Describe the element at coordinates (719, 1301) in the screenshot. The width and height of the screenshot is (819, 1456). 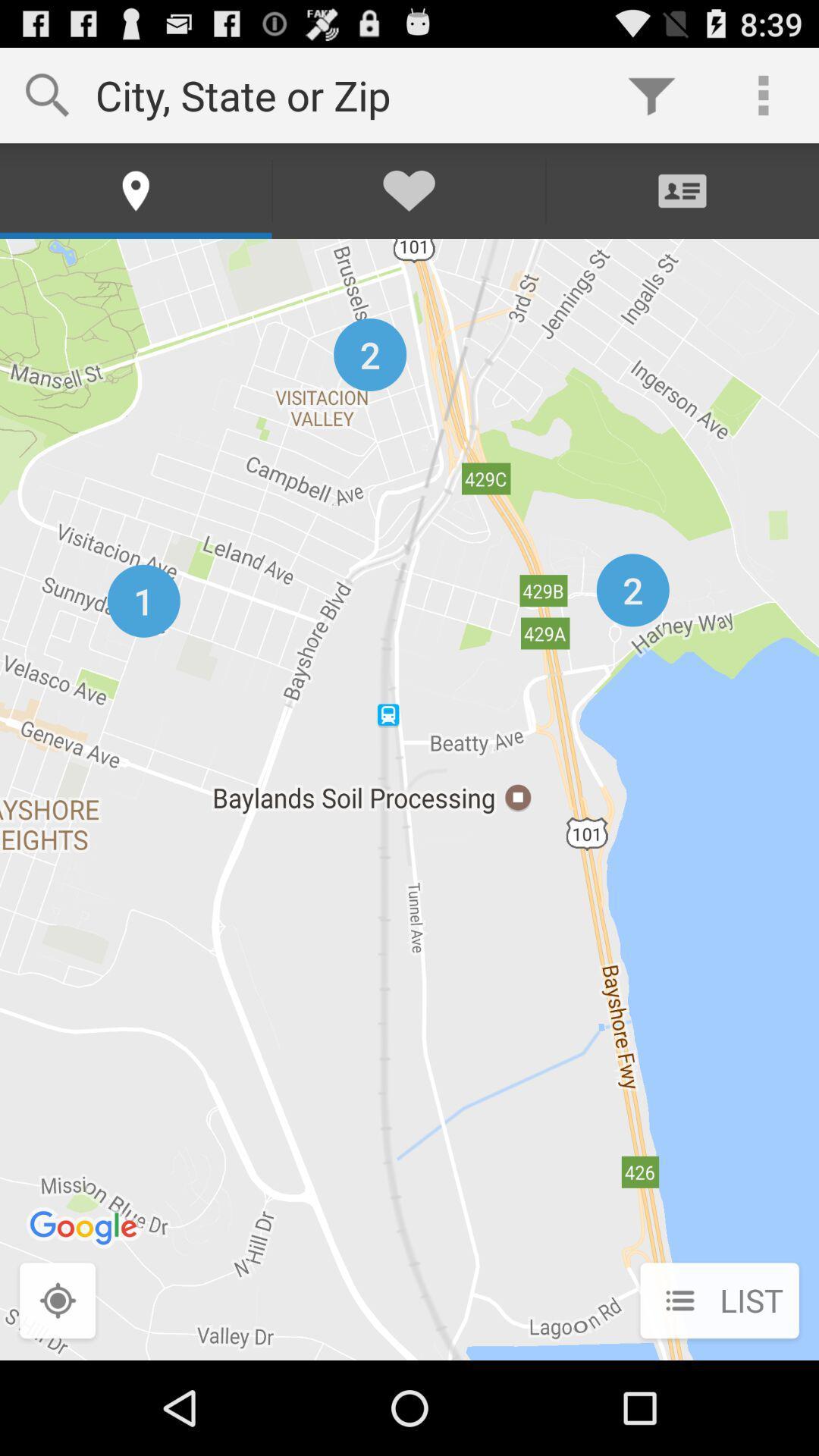
I see `list at the bottom right corner` at that location.